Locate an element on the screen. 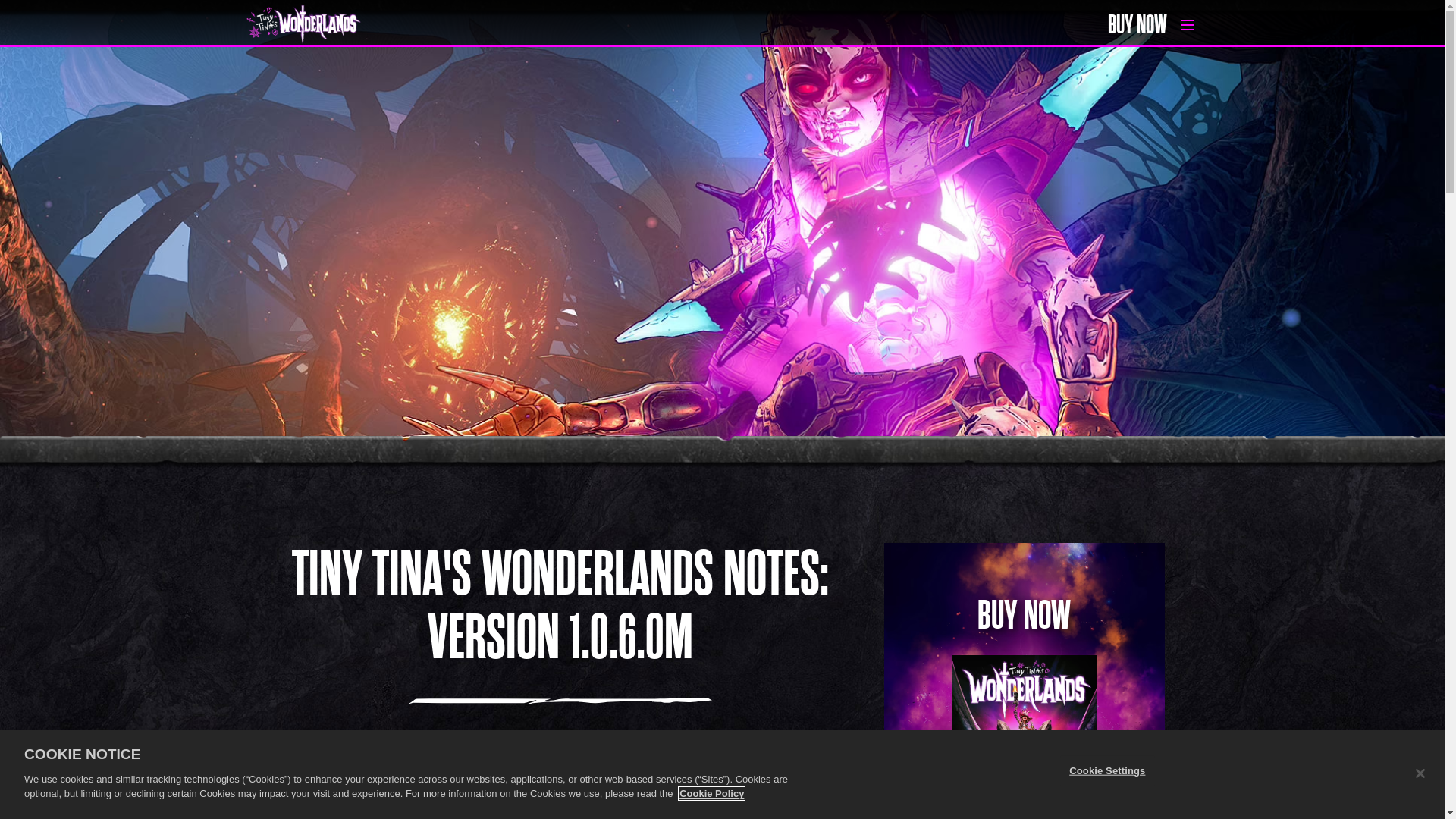 The image size is (1456, 819). 'Cookie Policy' is located at coordinates (679, 792).